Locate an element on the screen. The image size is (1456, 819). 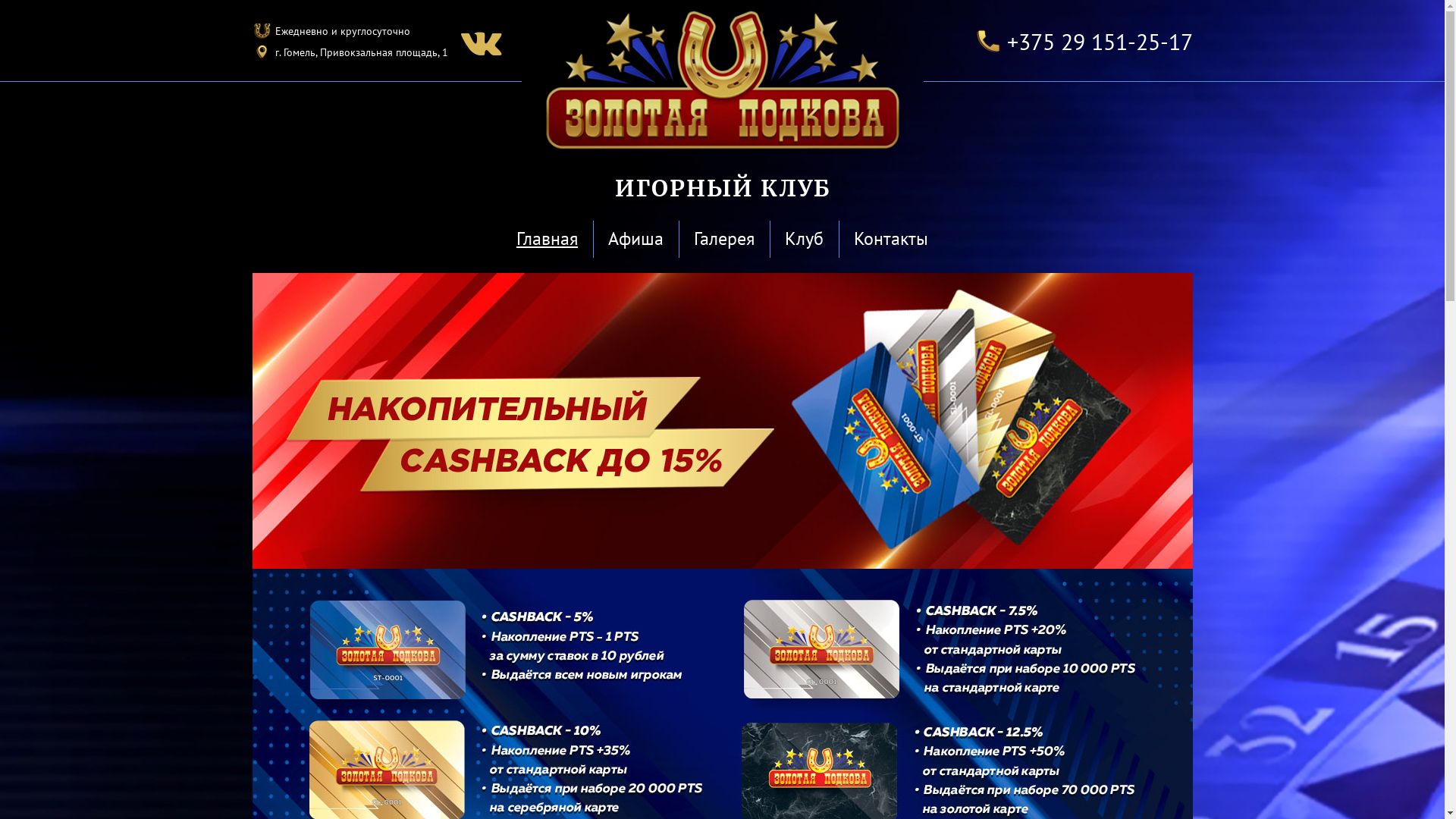
'+375 29 151-25-17' is located at coordinates (1100, 40).